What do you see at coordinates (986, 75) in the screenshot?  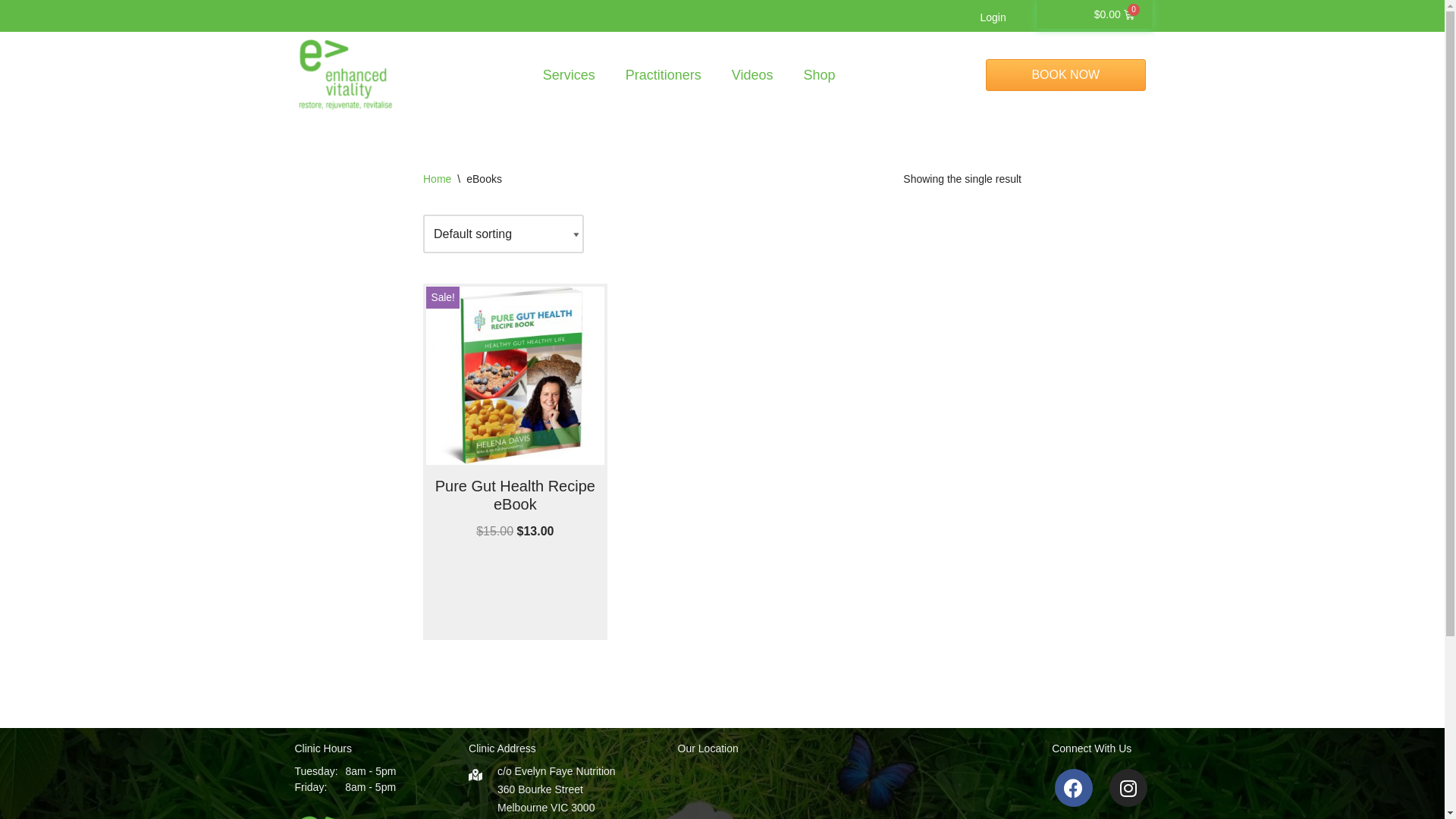 I see `'BOOK NOW'` at bounding box center [986, 75].